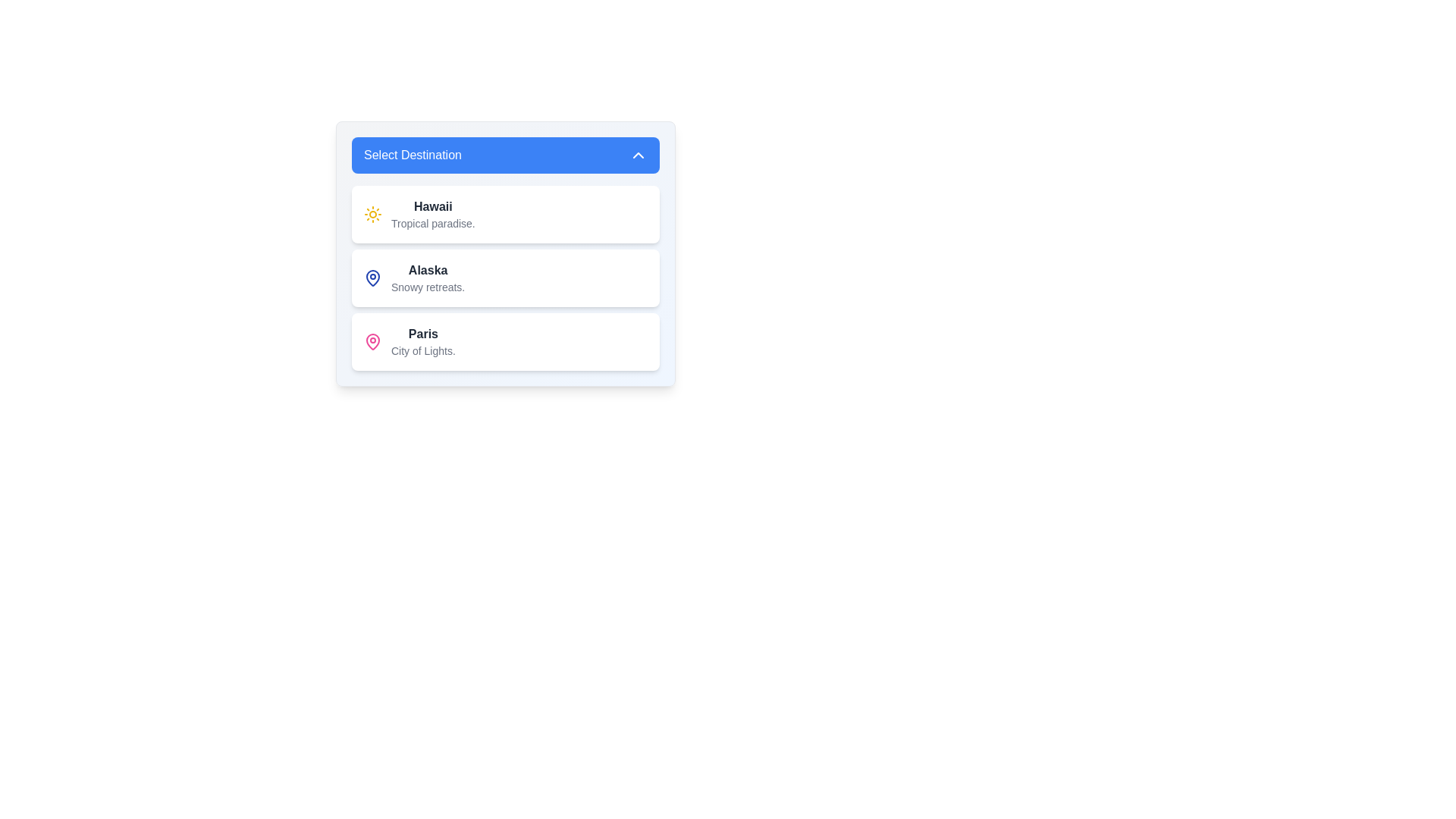 The image size is (1456, 819). Describe the element at coordinates (423, 342) in the screenshot. I see `the third Text content block in the vertical list of destination items, which displays information about Paris` at that location.